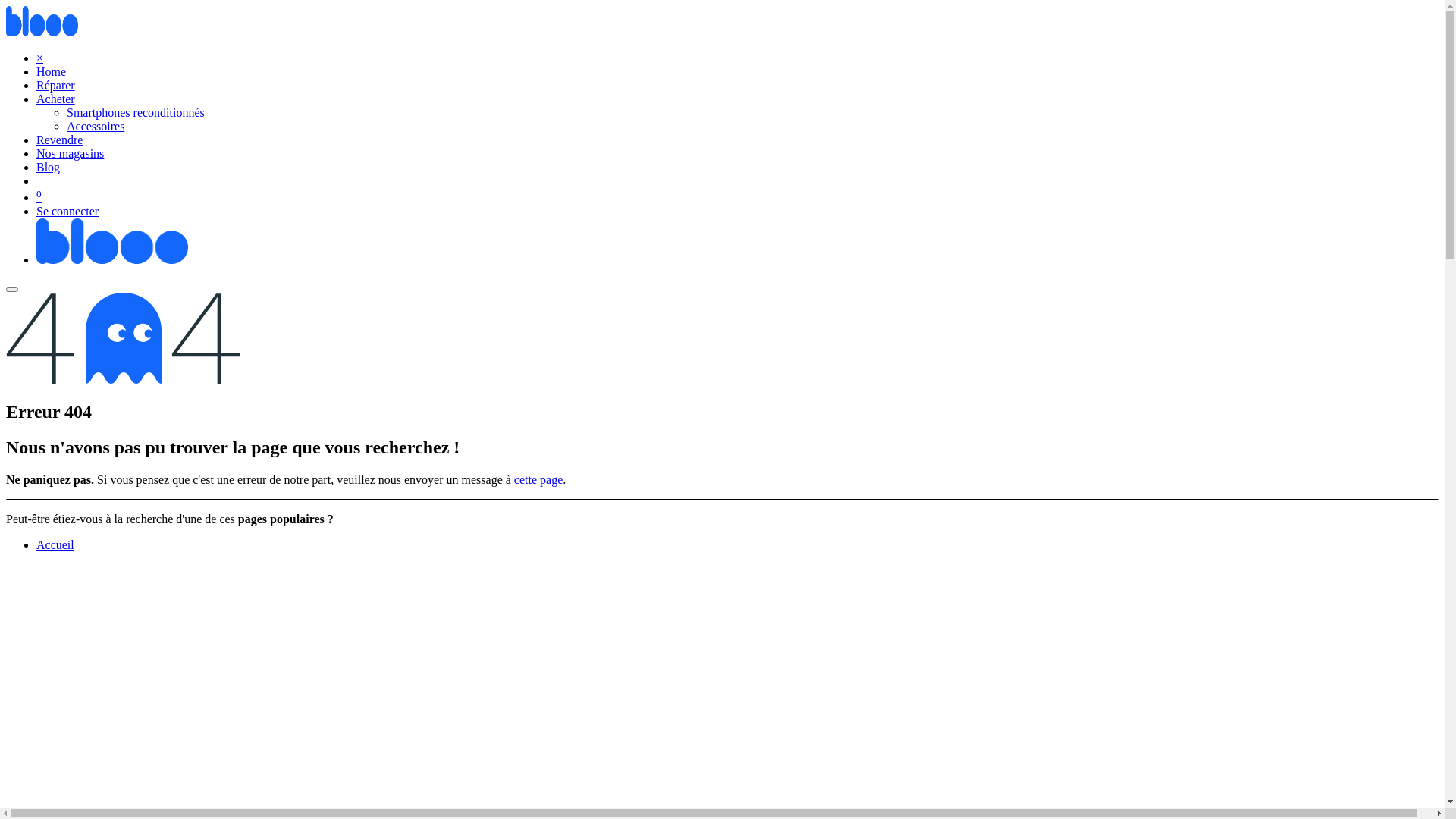 Image resolution: width=1456 pixels, height=819 pixels. I want to click on 'Accueil', so click(55, 544).